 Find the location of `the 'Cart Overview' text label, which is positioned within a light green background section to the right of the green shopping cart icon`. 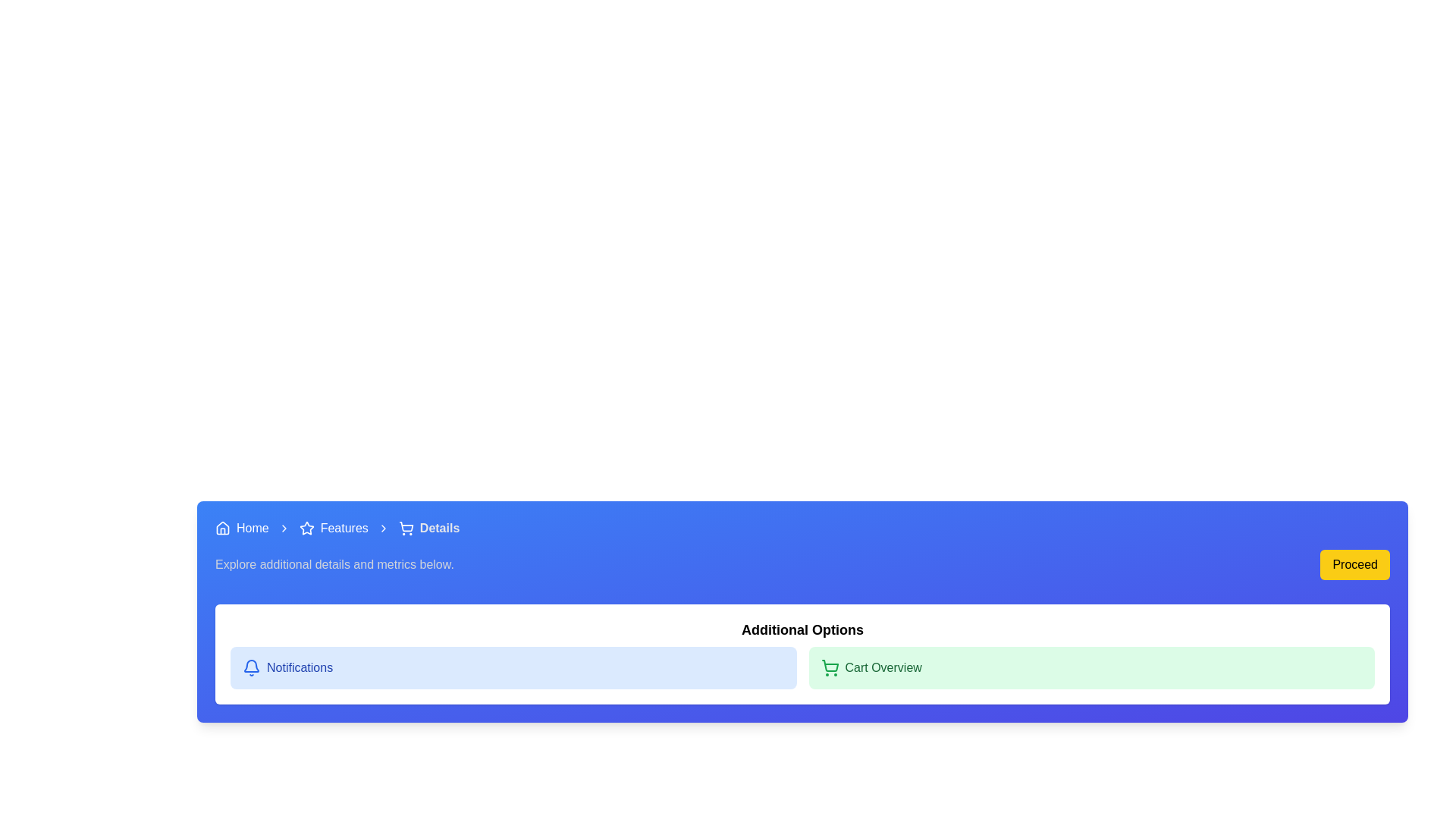

the 'Cart Overview' text label, which is positioned within a light green background section to the right of the green shopping cart icon is located at coordinates (883, 667).